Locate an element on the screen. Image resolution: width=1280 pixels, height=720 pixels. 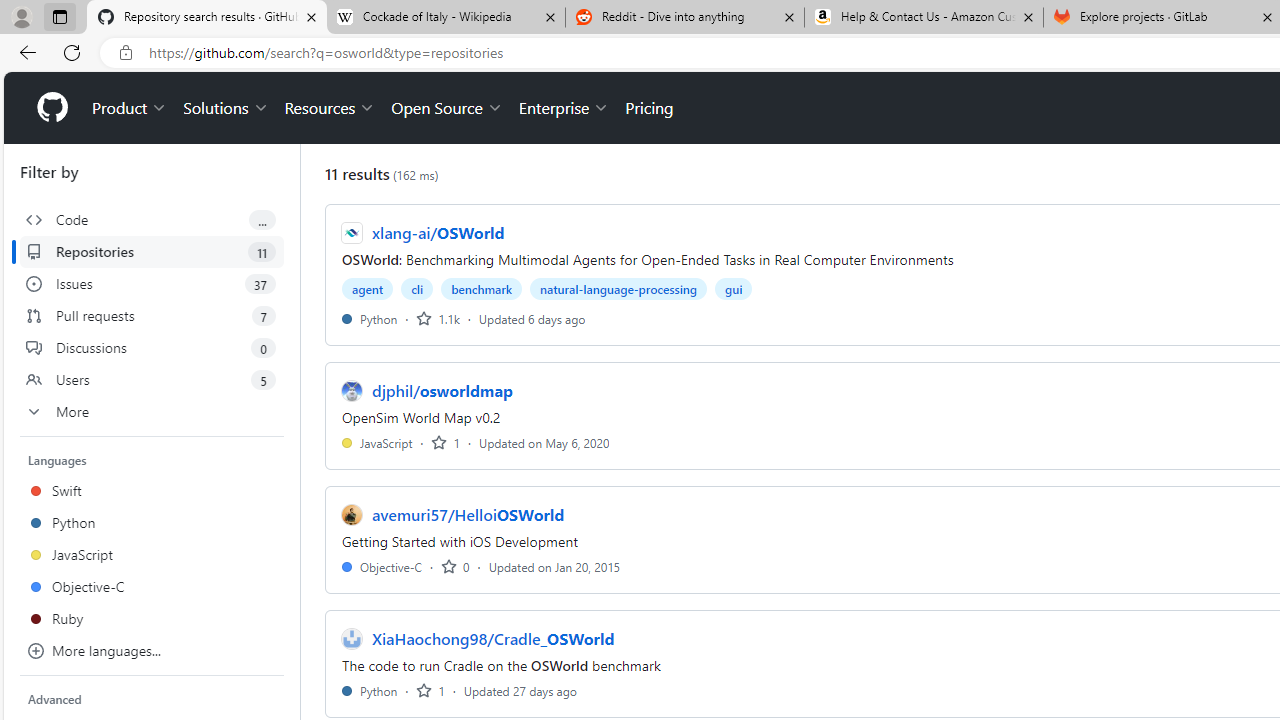
'Cockade of Italy - Wikipedia' is located at coordinates (444, 17).